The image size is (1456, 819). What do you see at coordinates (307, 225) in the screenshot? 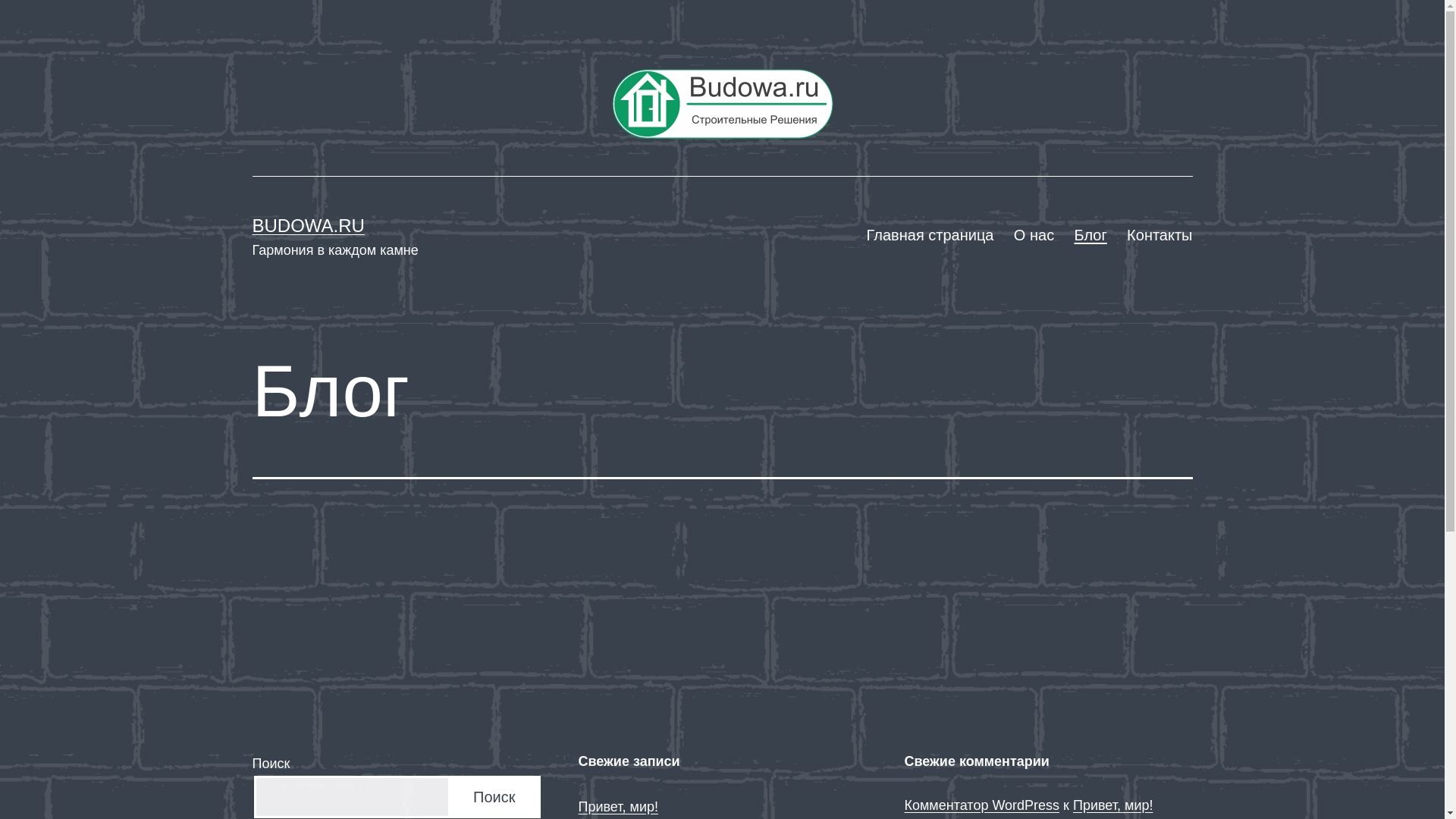
I see `'BUDOWA.RU'` at bounding box center [307, 225].